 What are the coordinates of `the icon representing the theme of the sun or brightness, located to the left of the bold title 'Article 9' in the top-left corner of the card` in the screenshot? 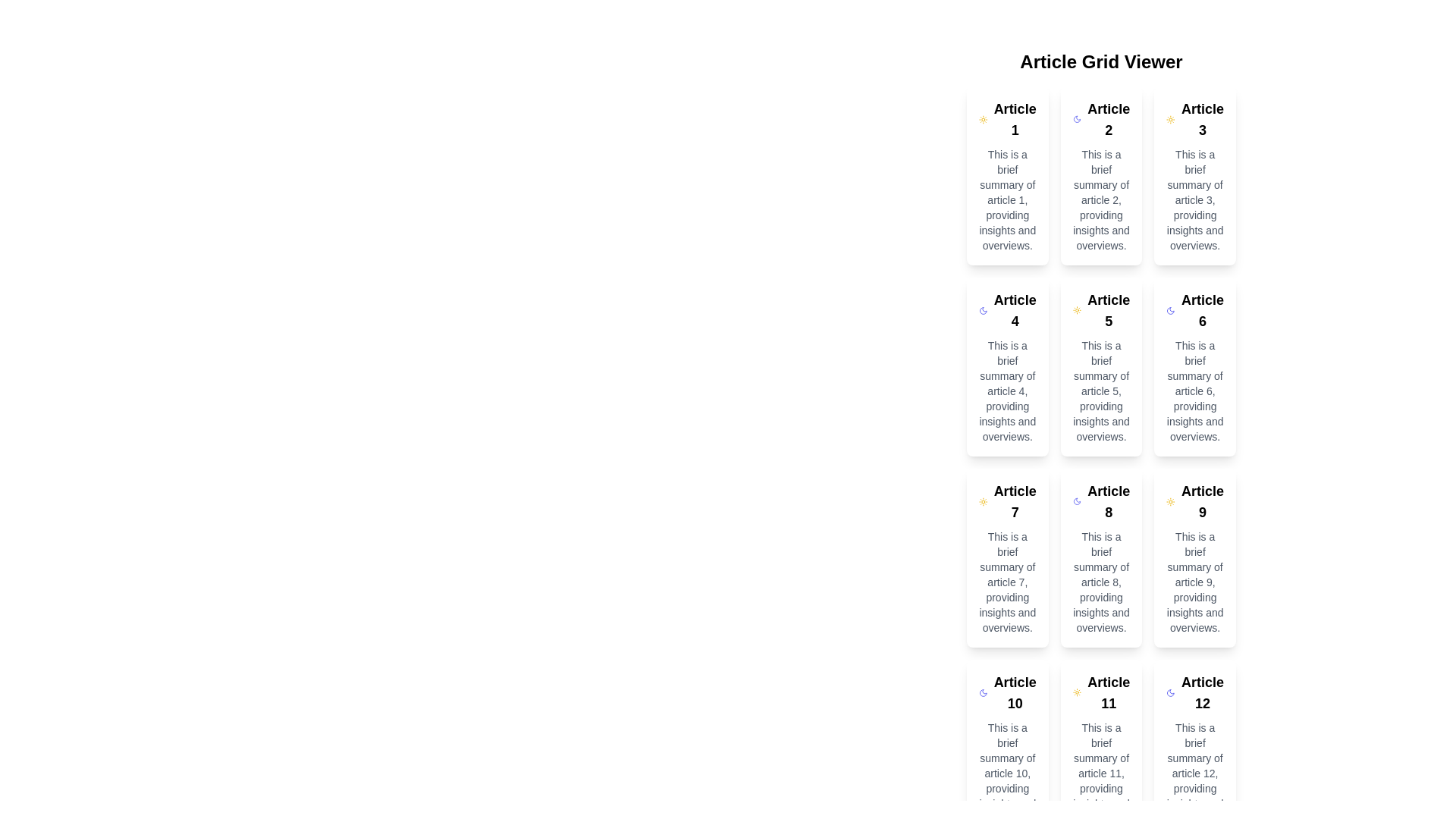 It's located at (1170, 502).